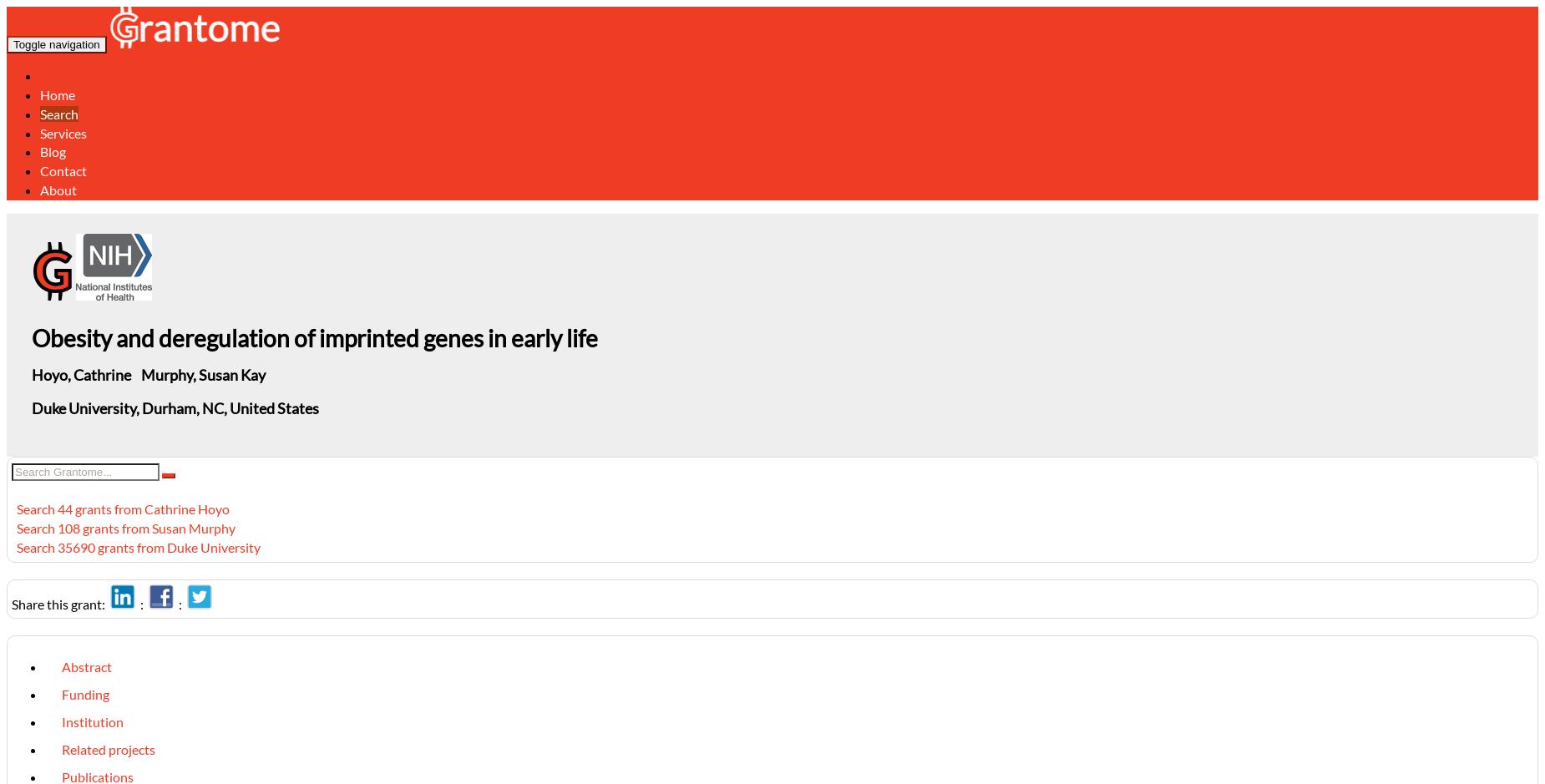  Describe the element at coordinates (108, 749) in the screenshot. I see `'Related projects'` at that location.